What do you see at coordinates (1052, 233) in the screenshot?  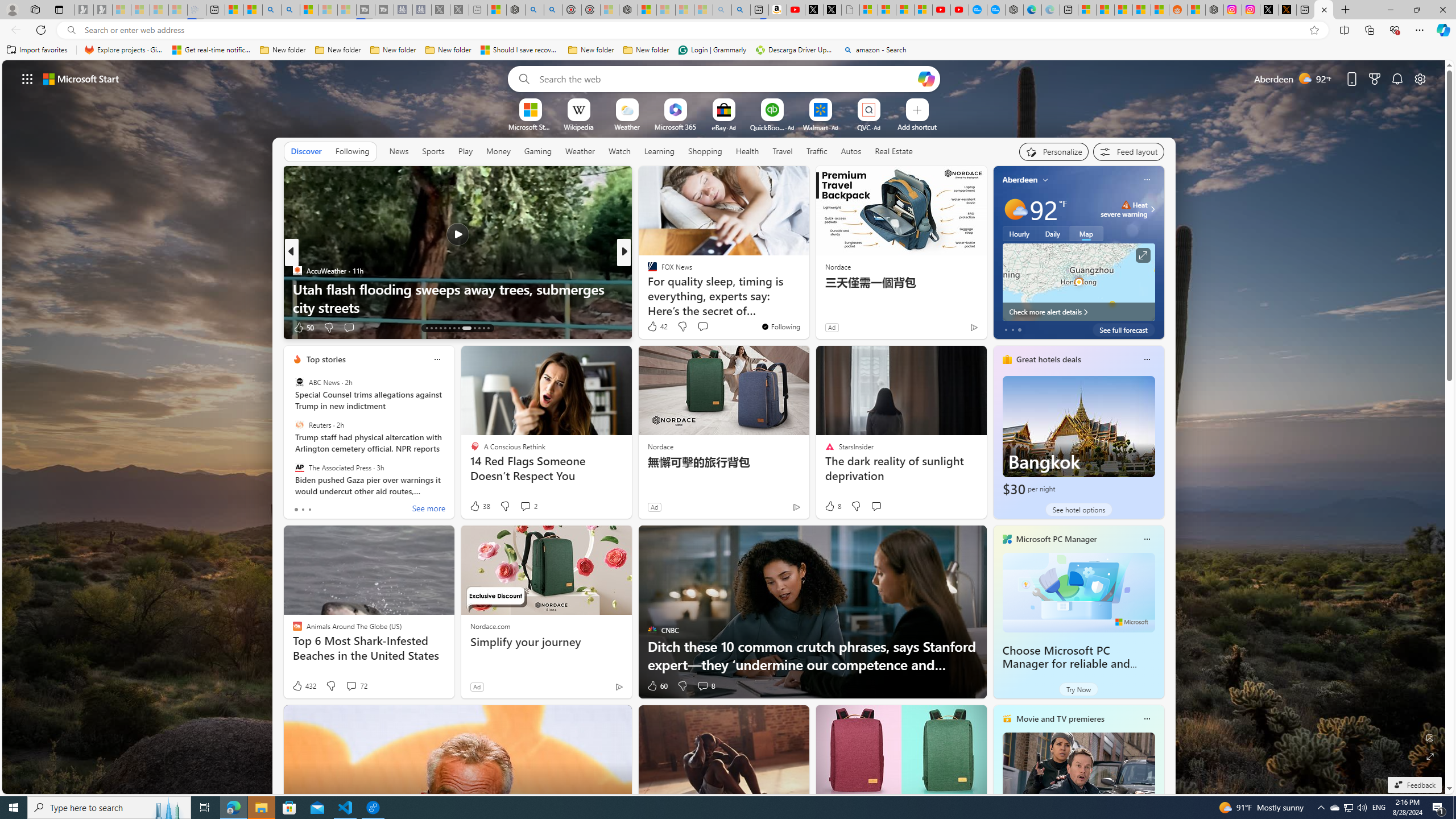 I see `'Daily'` at bounding box center [1052, 233].